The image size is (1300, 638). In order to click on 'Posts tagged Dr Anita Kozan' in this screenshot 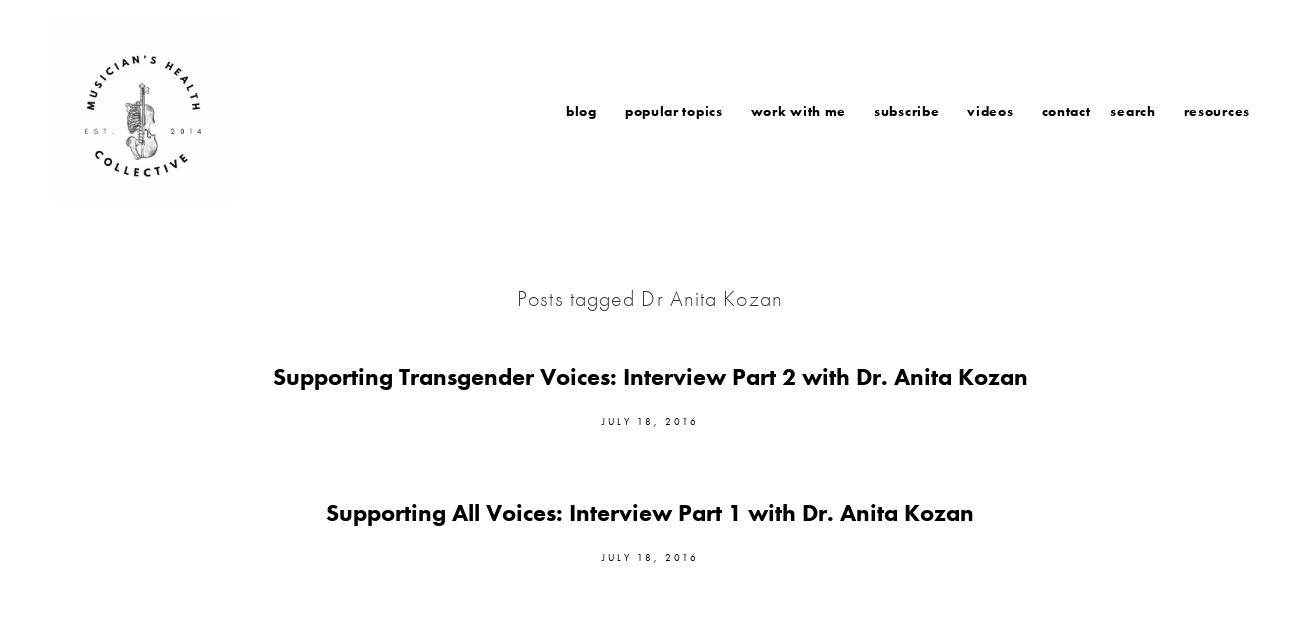, I will do `click(649, 297)`.